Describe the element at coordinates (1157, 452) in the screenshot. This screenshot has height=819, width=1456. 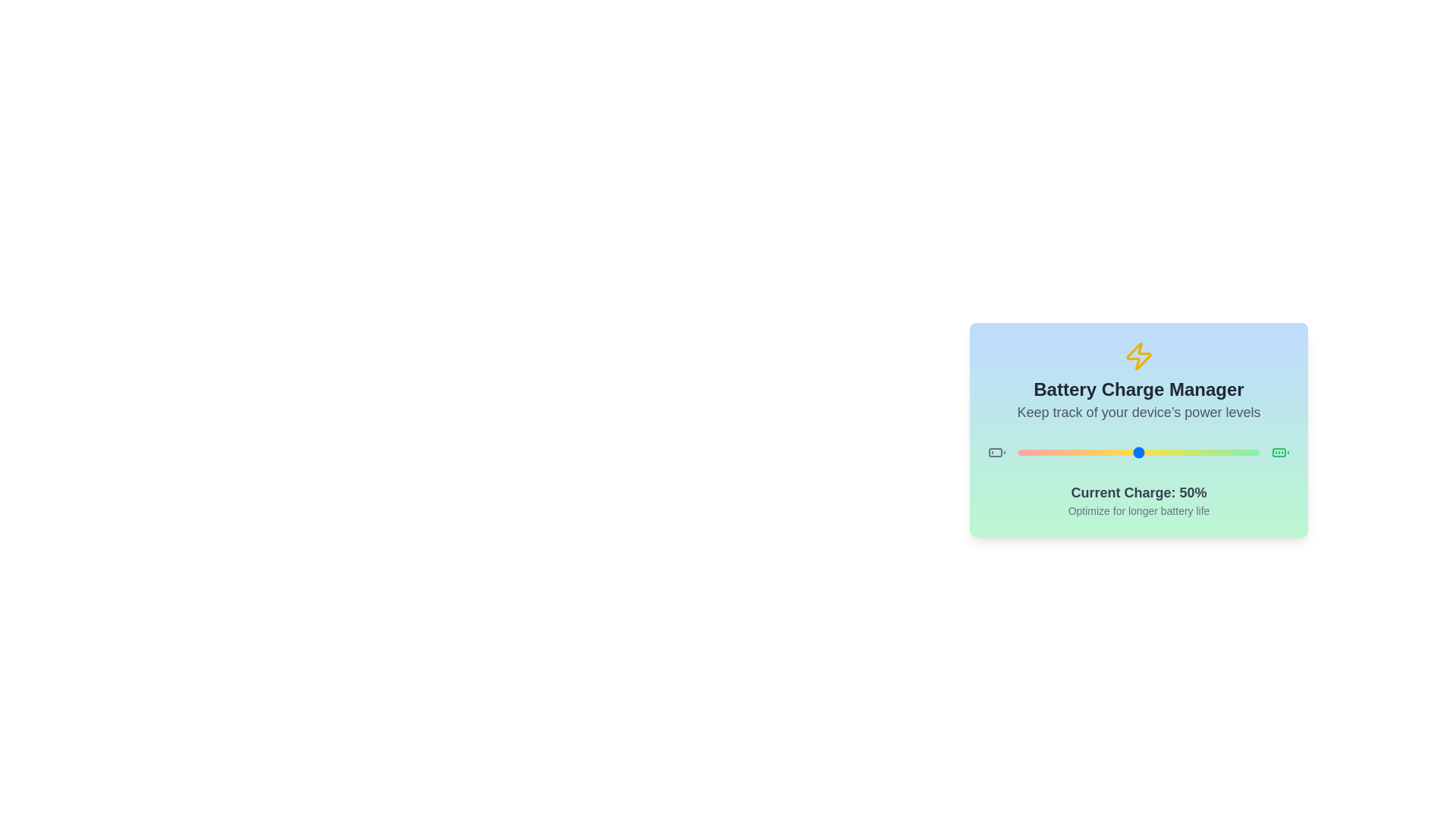
I see `the battery charge level to 58% using the slider` at that location.